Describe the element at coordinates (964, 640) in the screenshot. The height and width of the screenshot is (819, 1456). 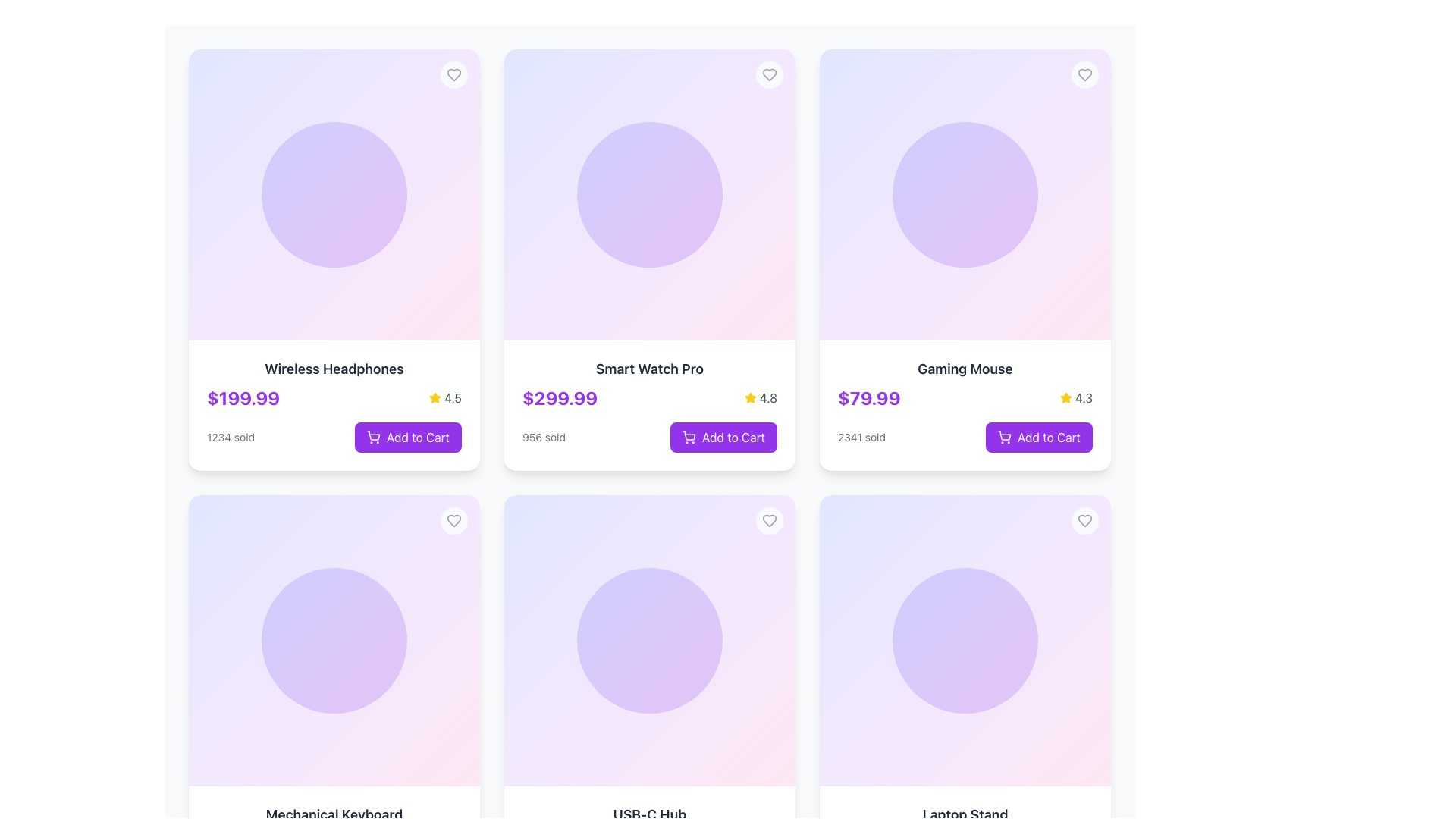
I see `the circular Decorative background element with a gradient transitioning from indigo to purple, located in the 'Laptop Stand' card in the bottom-right corner of the layout` at that location.